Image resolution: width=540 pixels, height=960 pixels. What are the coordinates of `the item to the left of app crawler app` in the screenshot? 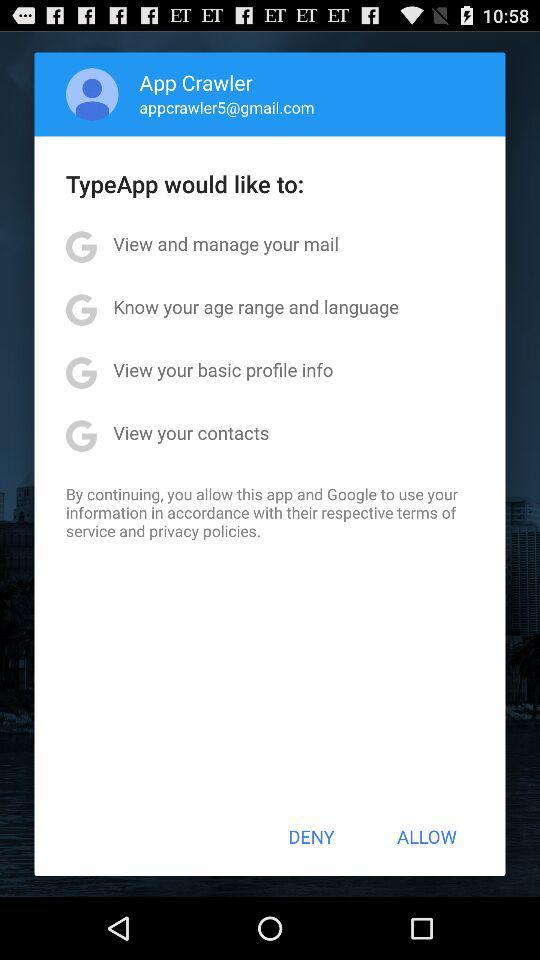 It's located at (91, 94).